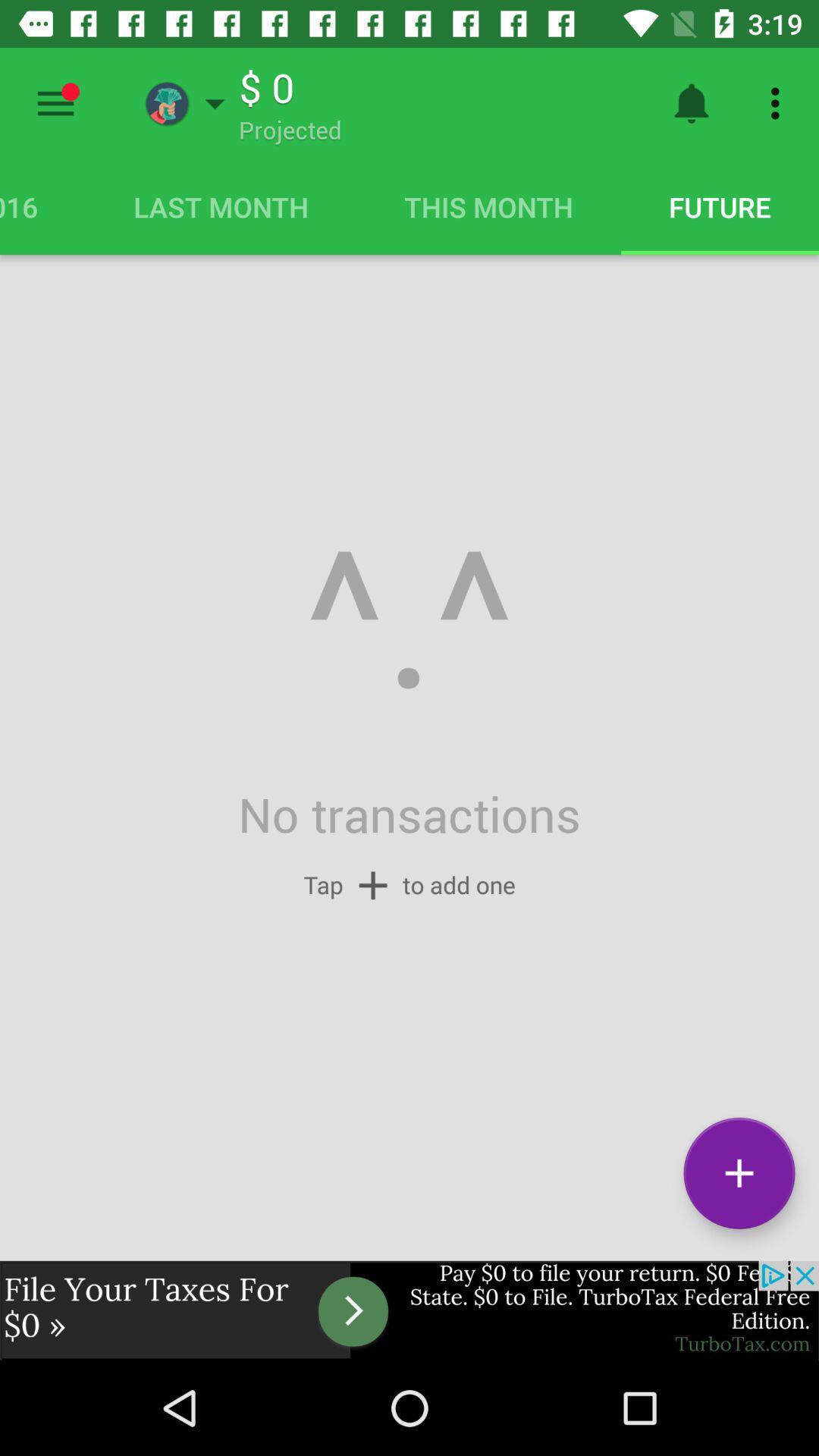  What do you see at coordinates (55, 102) in the screenshot?
I see `money manager budget planner goal wallet reporting linked wallet credit wallet` at bounding box center [55, 102].